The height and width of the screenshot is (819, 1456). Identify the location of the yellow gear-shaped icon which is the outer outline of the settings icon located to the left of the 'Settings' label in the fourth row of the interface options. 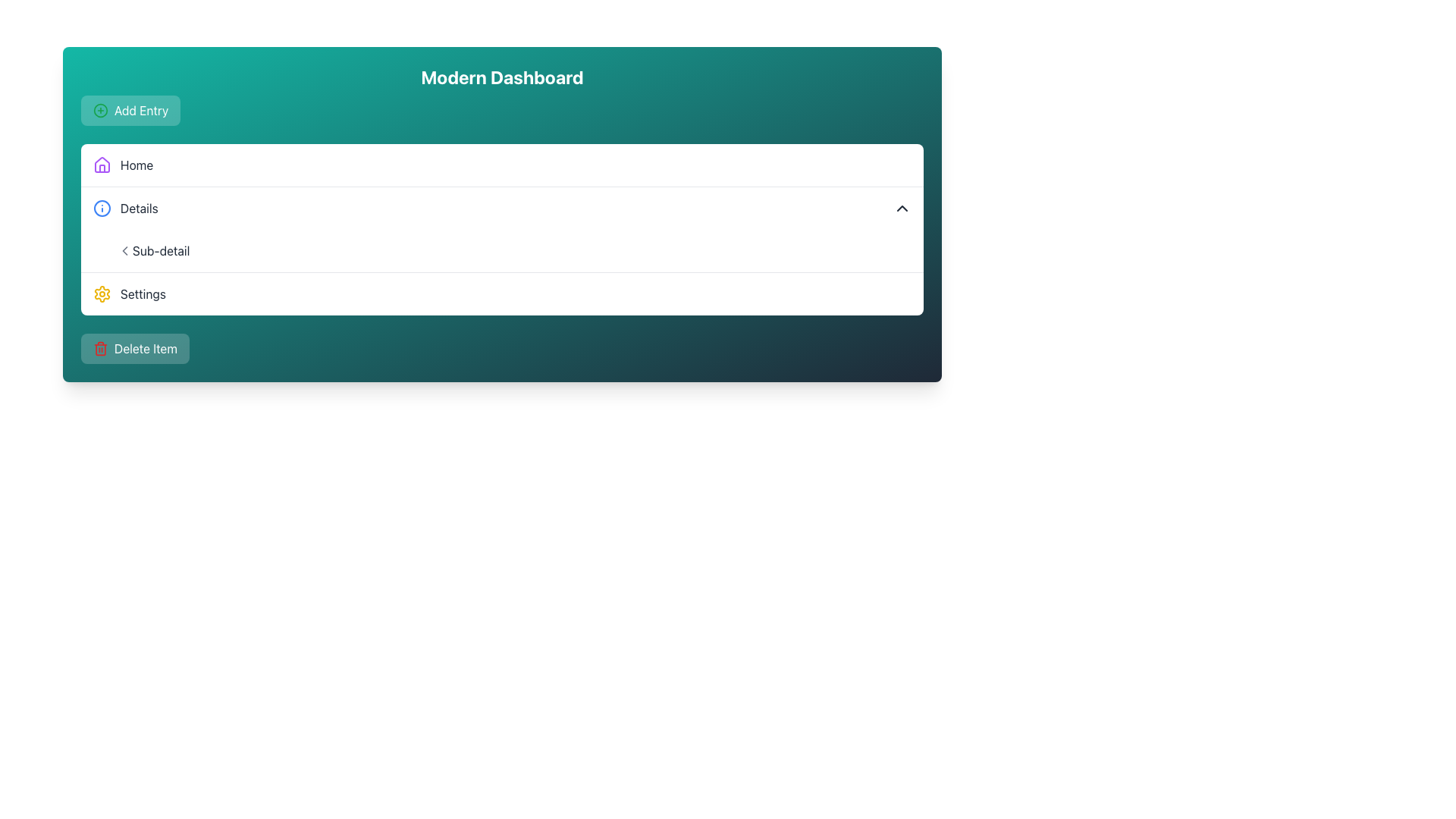
(101, 294).